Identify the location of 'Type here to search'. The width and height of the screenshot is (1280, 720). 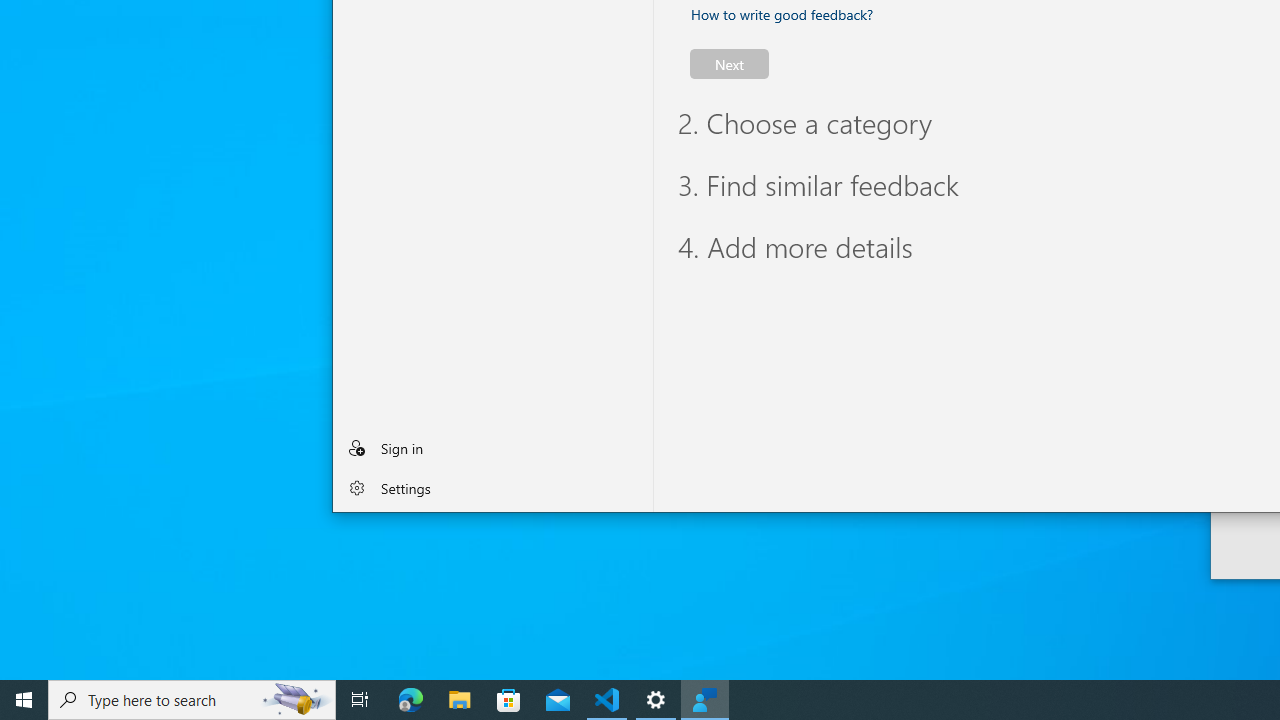
(192, 698).